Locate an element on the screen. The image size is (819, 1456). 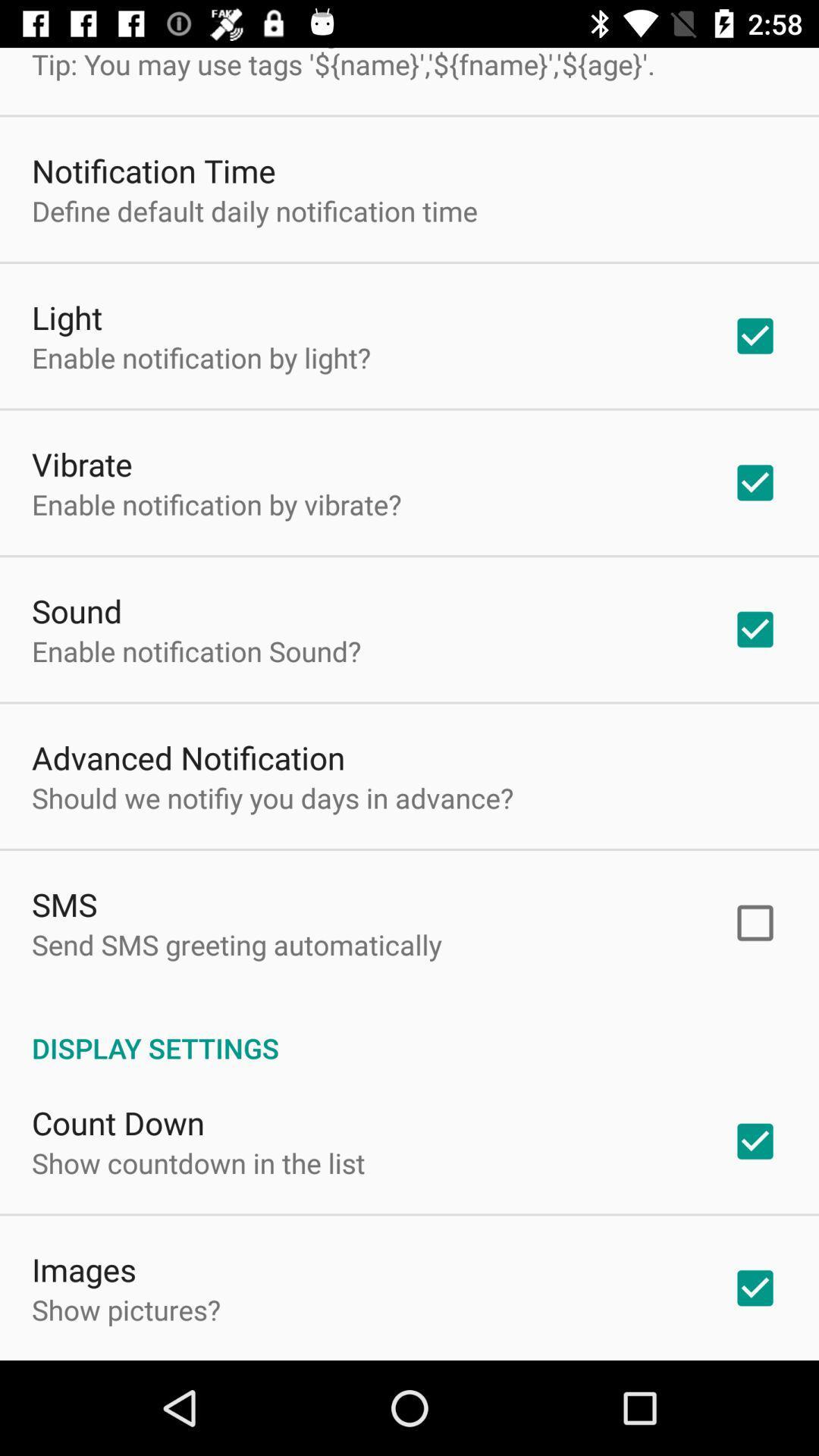
define default daily is located at coordinates (253, 210).